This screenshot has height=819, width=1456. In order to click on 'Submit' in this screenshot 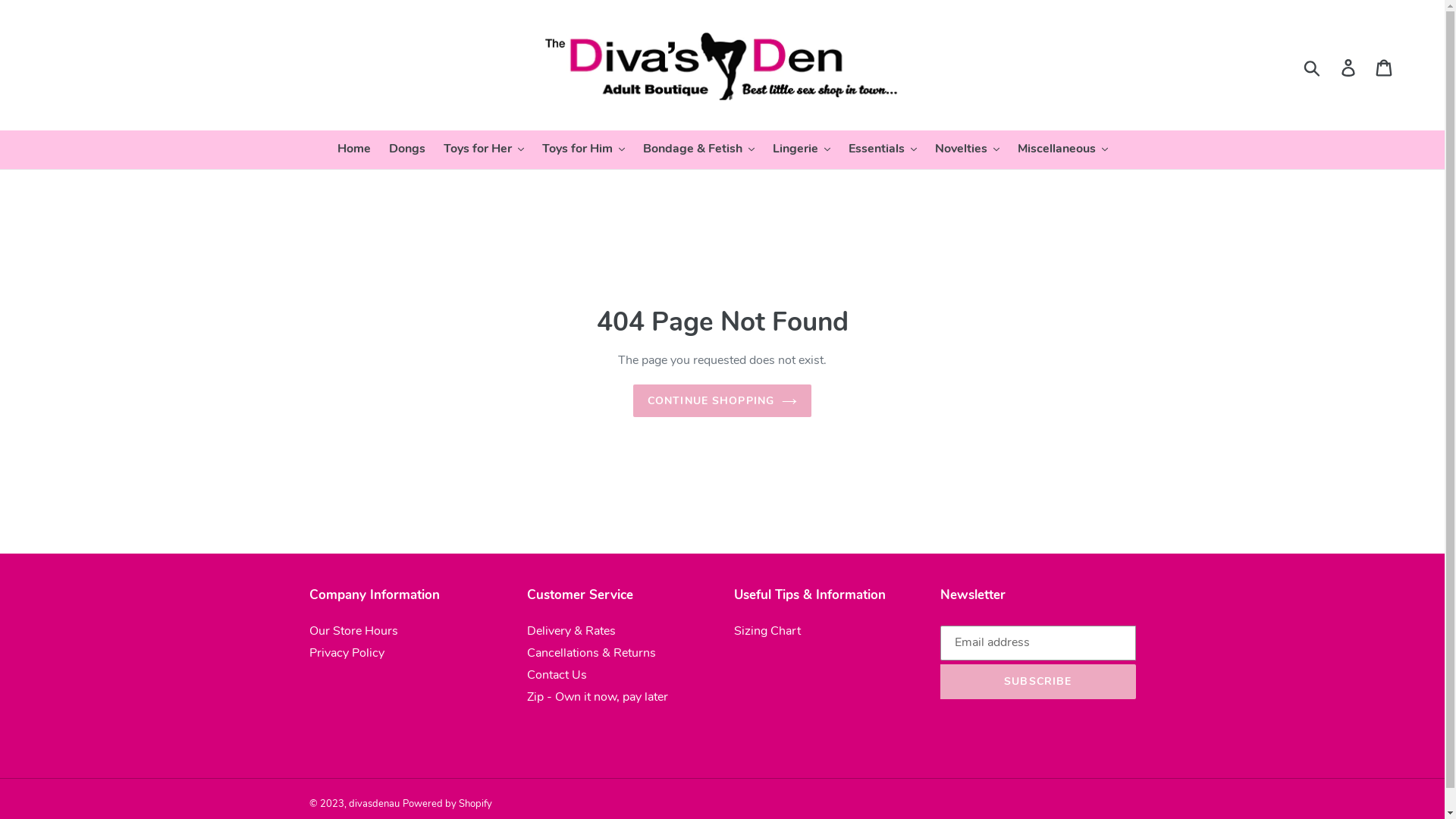, I will do `click(1294, 66)`.